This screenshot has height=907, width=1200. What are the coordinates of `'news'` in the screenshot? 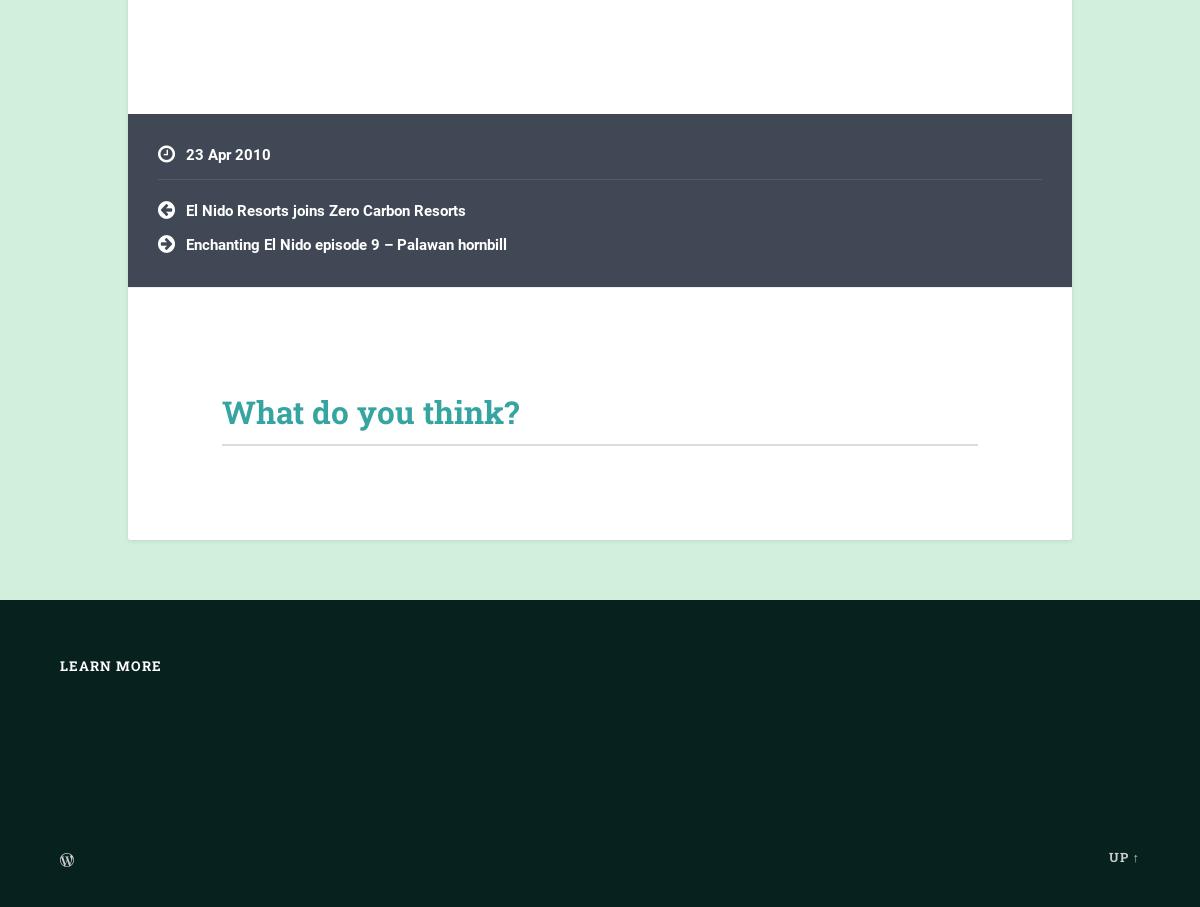 It's located at (202, 394).